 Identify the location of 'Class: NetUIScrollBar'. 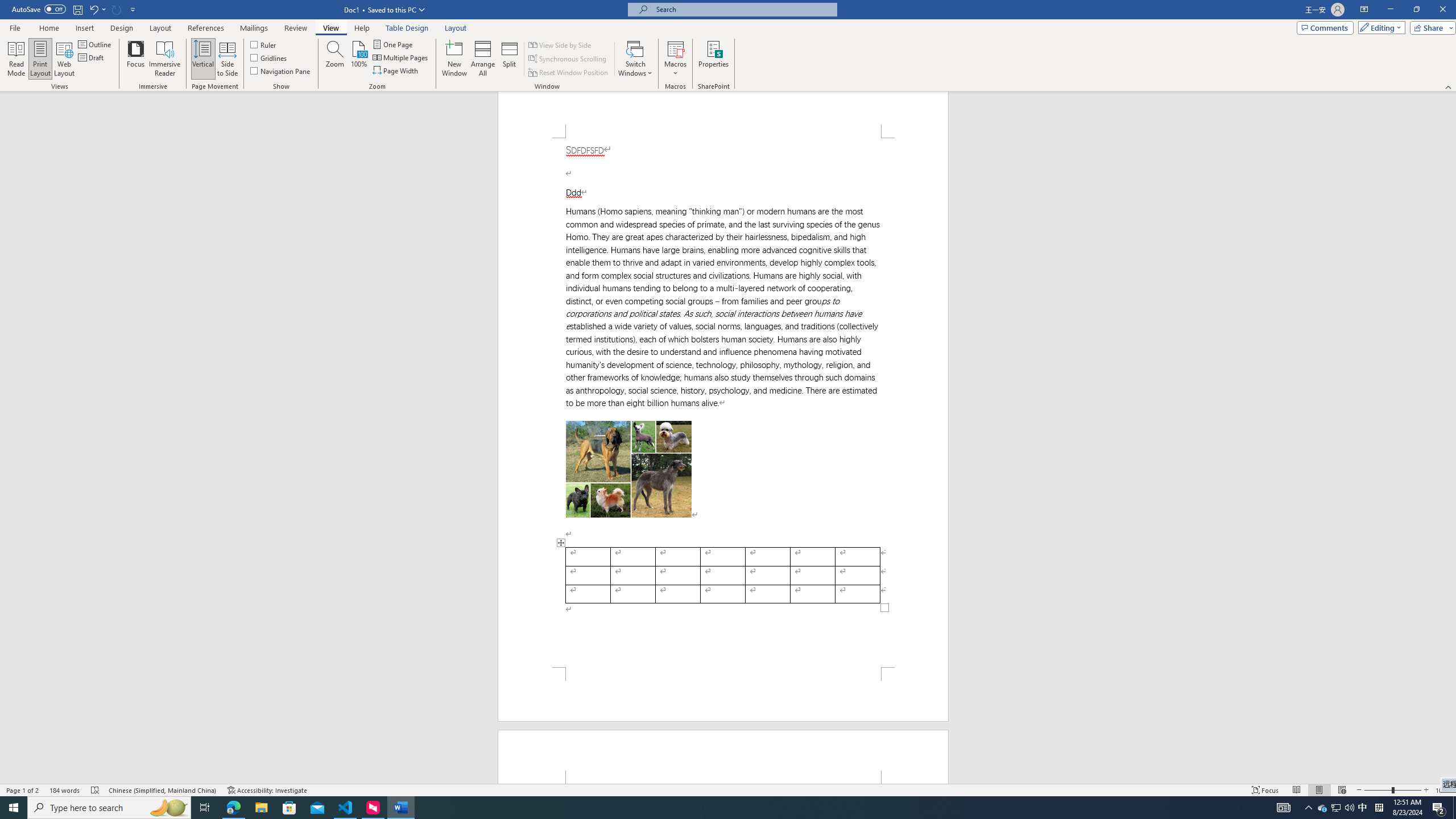
(1451, 437).